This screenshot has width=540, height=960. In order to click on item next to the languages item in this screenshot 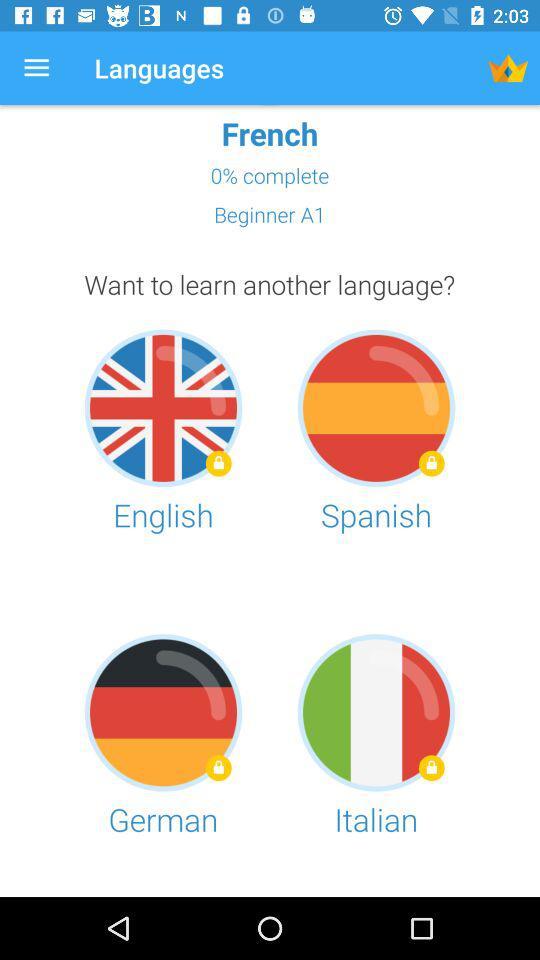, I will do `click(36, 68)`.